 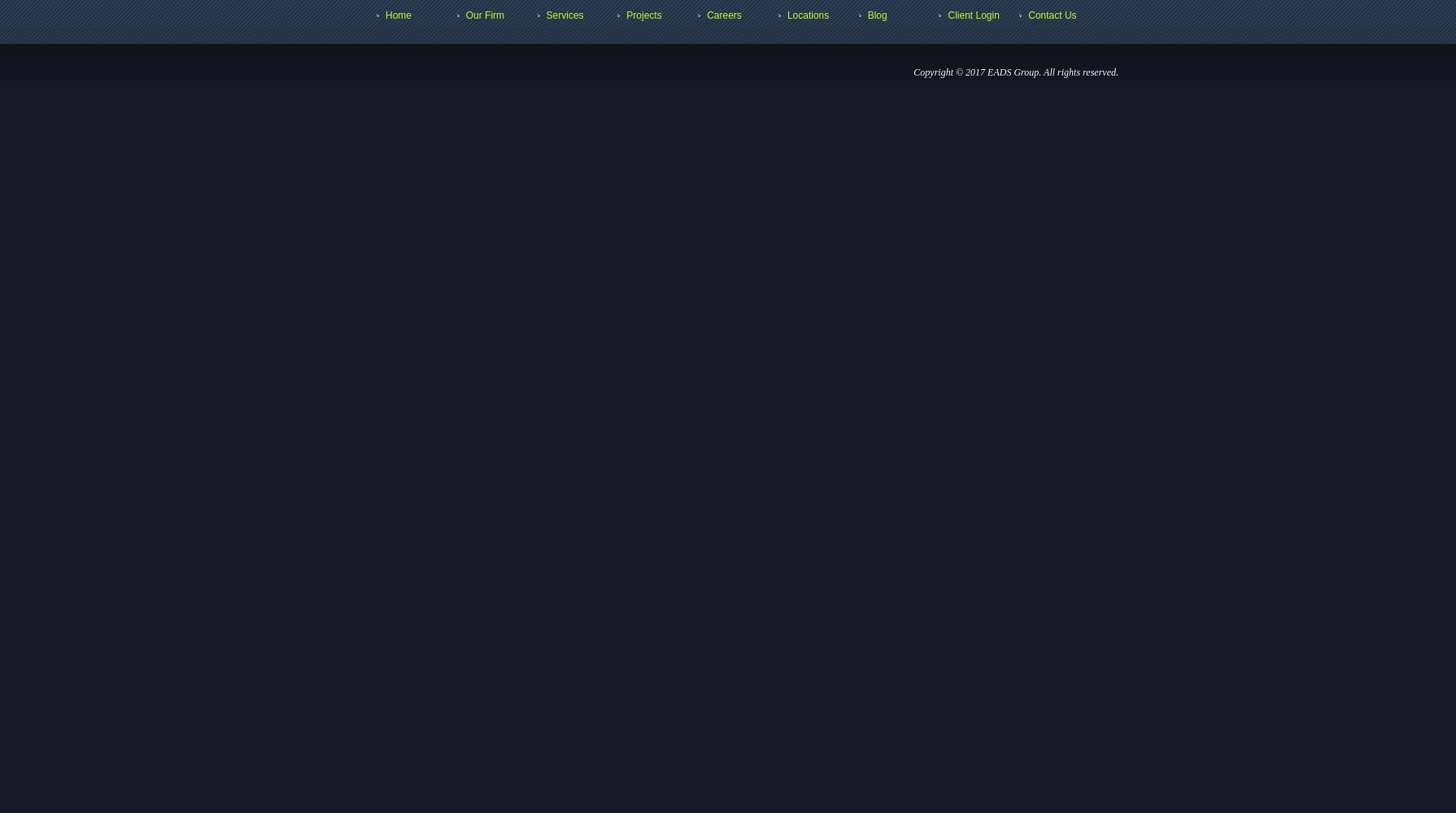 I want to click on 'Our Firm', so click(x=464, y=15).